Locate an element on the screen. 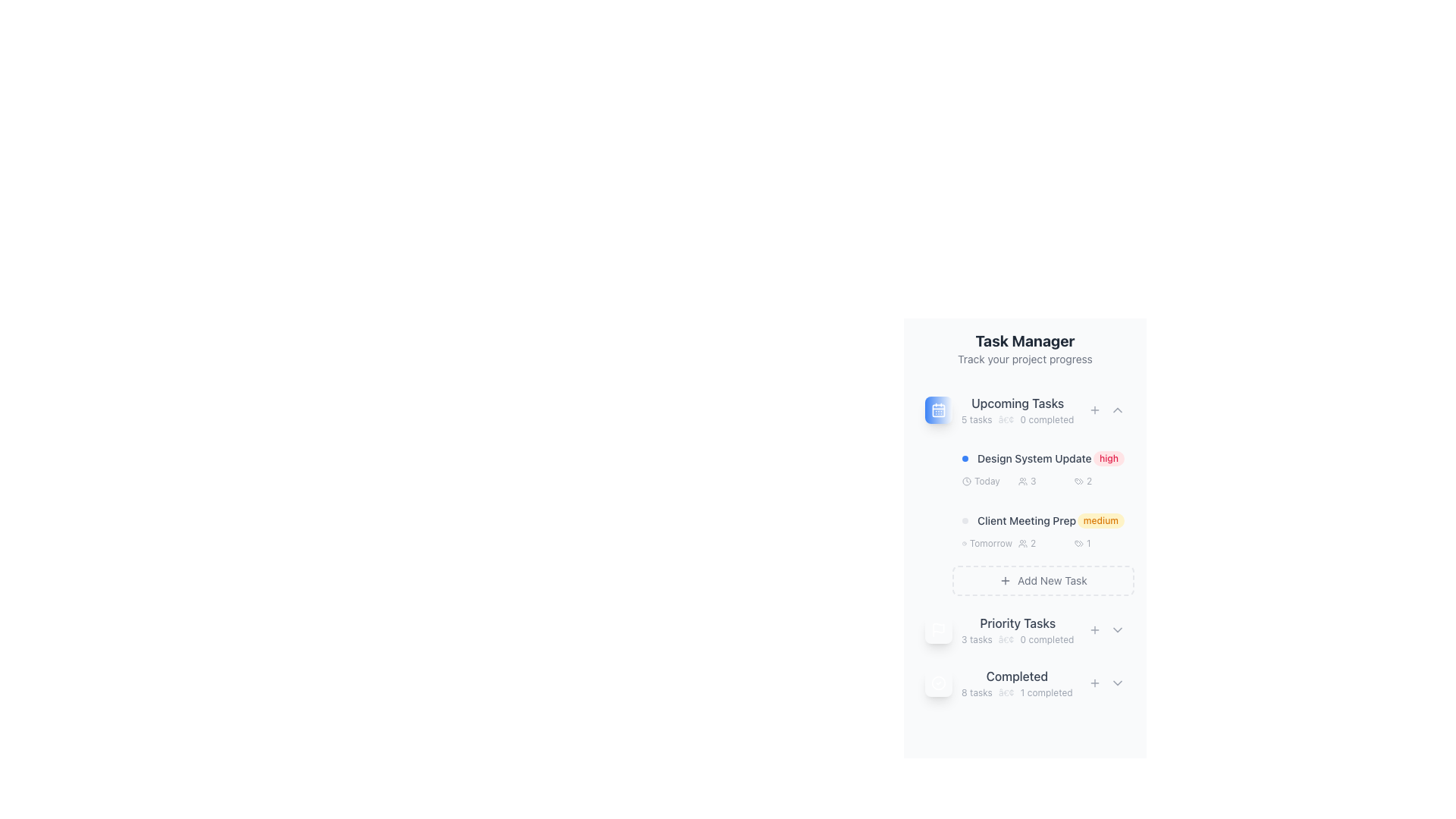  the text label displaying '8 tasks • 1 completed', which is located below the 'Completed' section header in the task management interface is located at coordinates (1017, 693).